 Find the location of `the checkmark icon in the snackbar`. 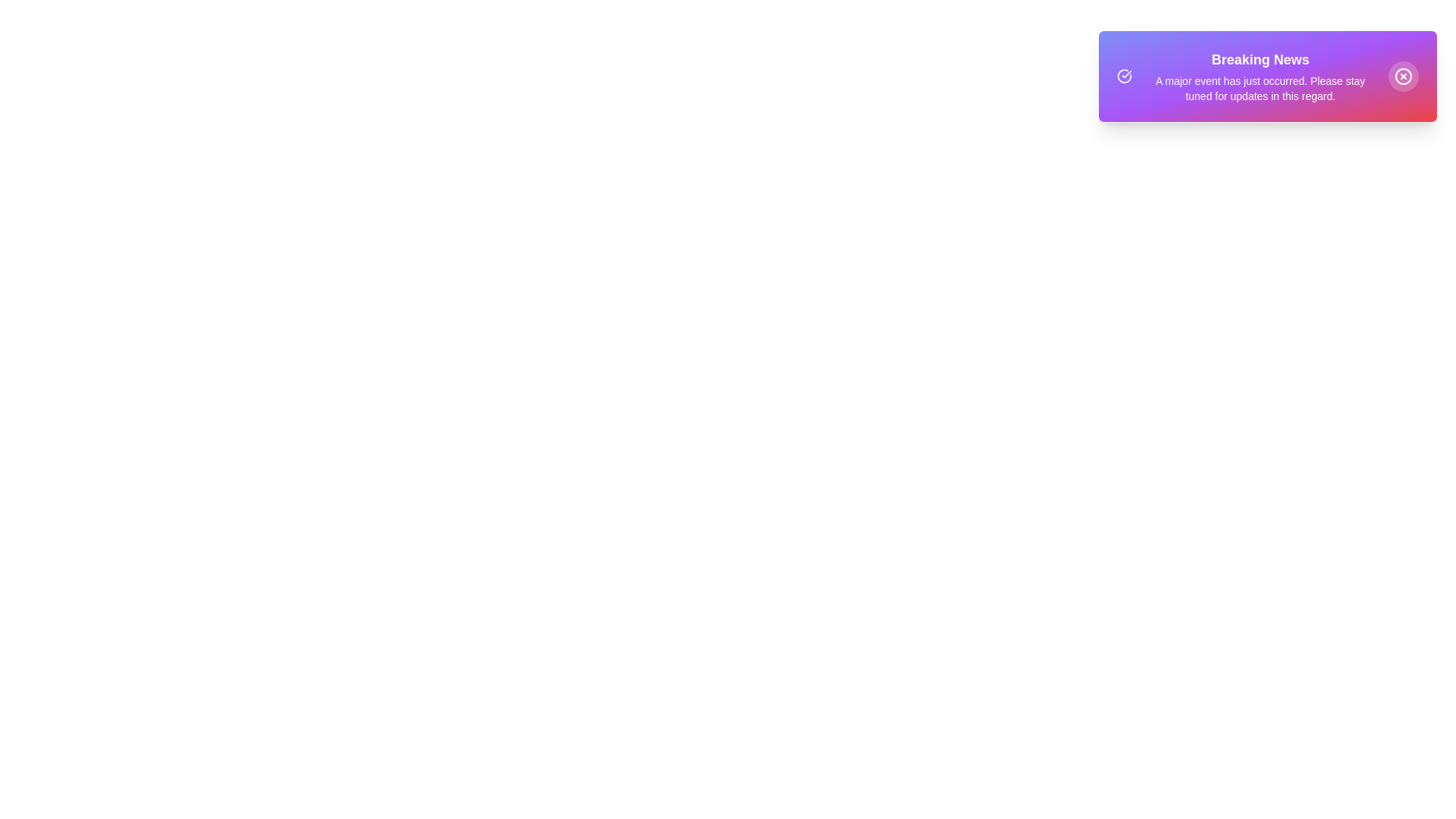

the checkmark icon in the snackbar is located at coordinates (1125, 76).